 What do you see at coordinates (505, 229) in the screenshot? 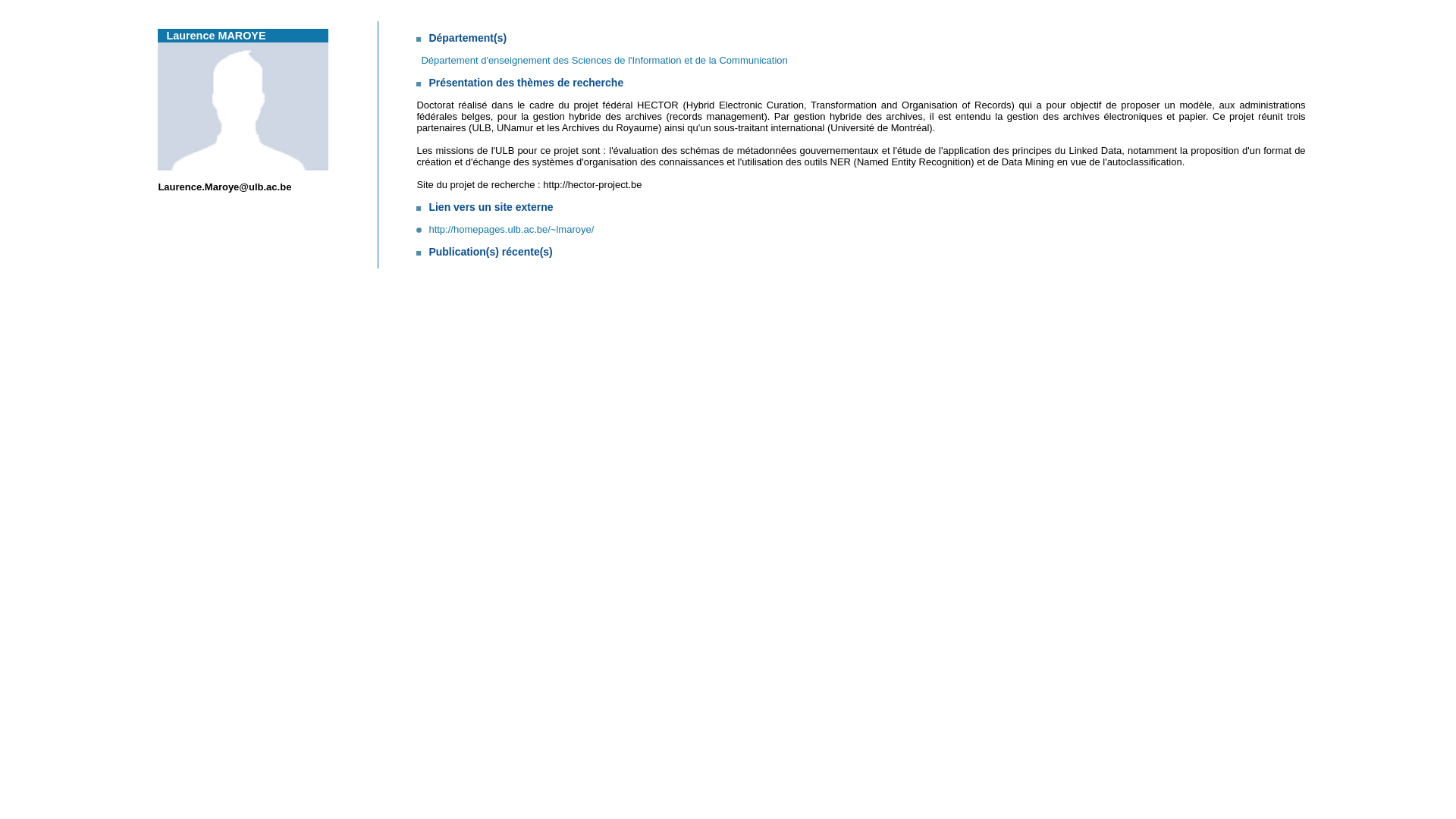
I see `'http://homepages.ulb.ac.be/~lmaroye/'` at bounding box center [505, 229].